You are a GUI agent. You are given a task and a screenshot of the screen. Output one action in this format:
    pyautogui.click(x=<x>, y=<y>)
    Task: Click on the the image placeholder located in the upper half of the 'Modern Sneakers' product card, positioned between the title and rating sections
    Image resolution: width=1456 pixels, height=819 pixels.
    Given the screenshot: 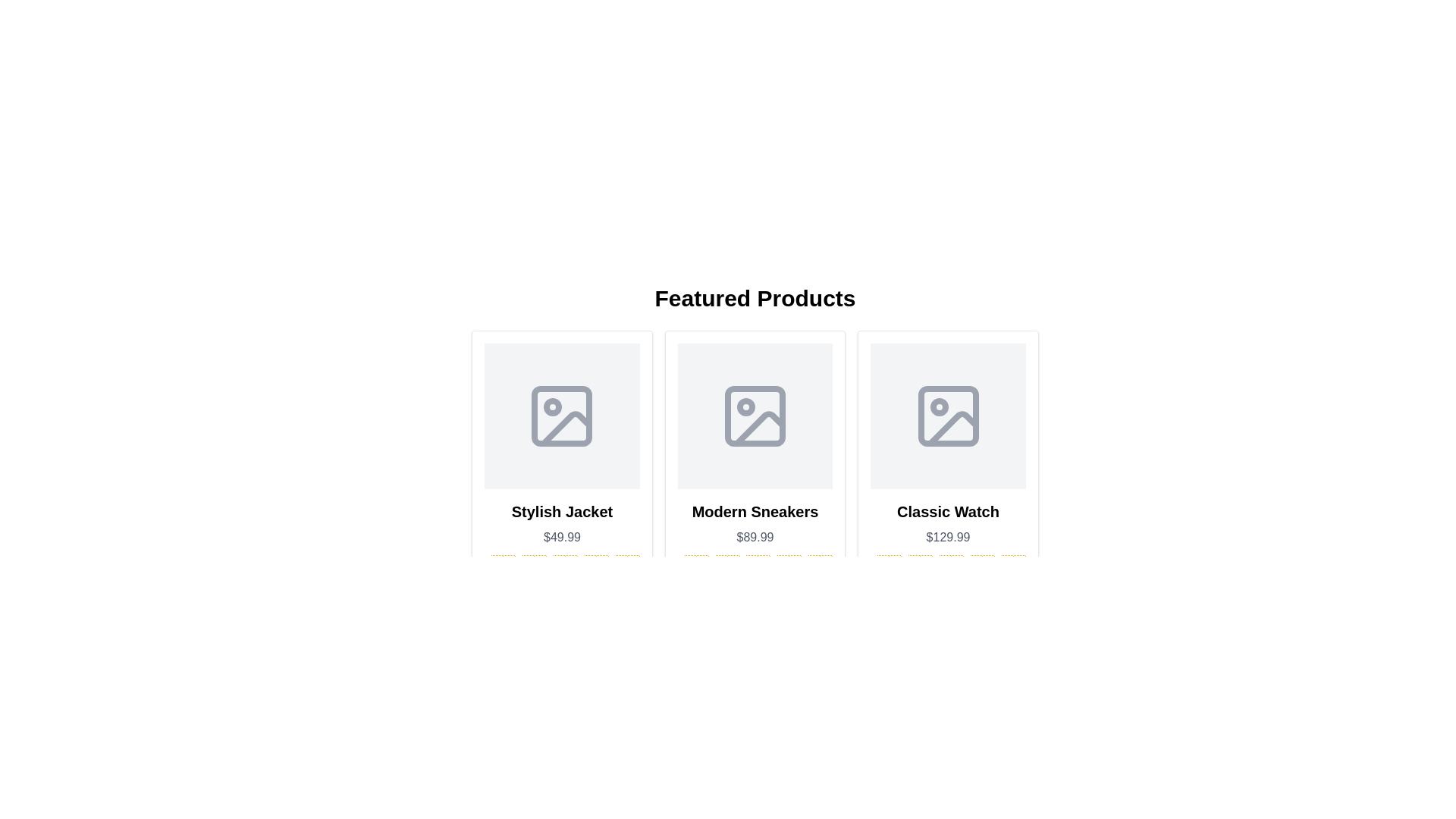 What is the action you would take?
    pyautogui.click(x=755, y=416)
    